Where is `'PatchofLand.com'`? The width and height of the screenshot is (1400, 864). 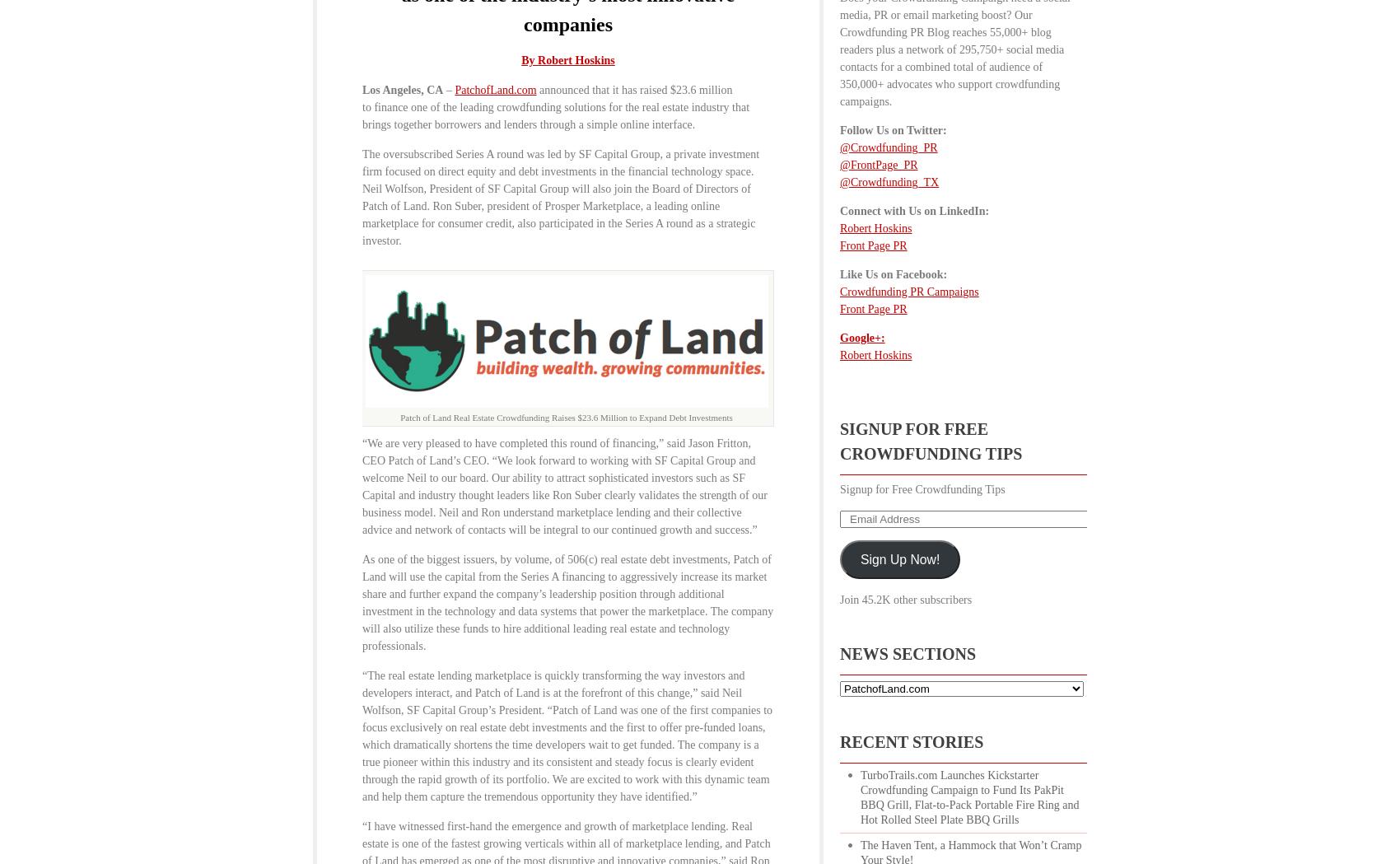 'PatchofLand.com' is located at coordinates (494, 89).